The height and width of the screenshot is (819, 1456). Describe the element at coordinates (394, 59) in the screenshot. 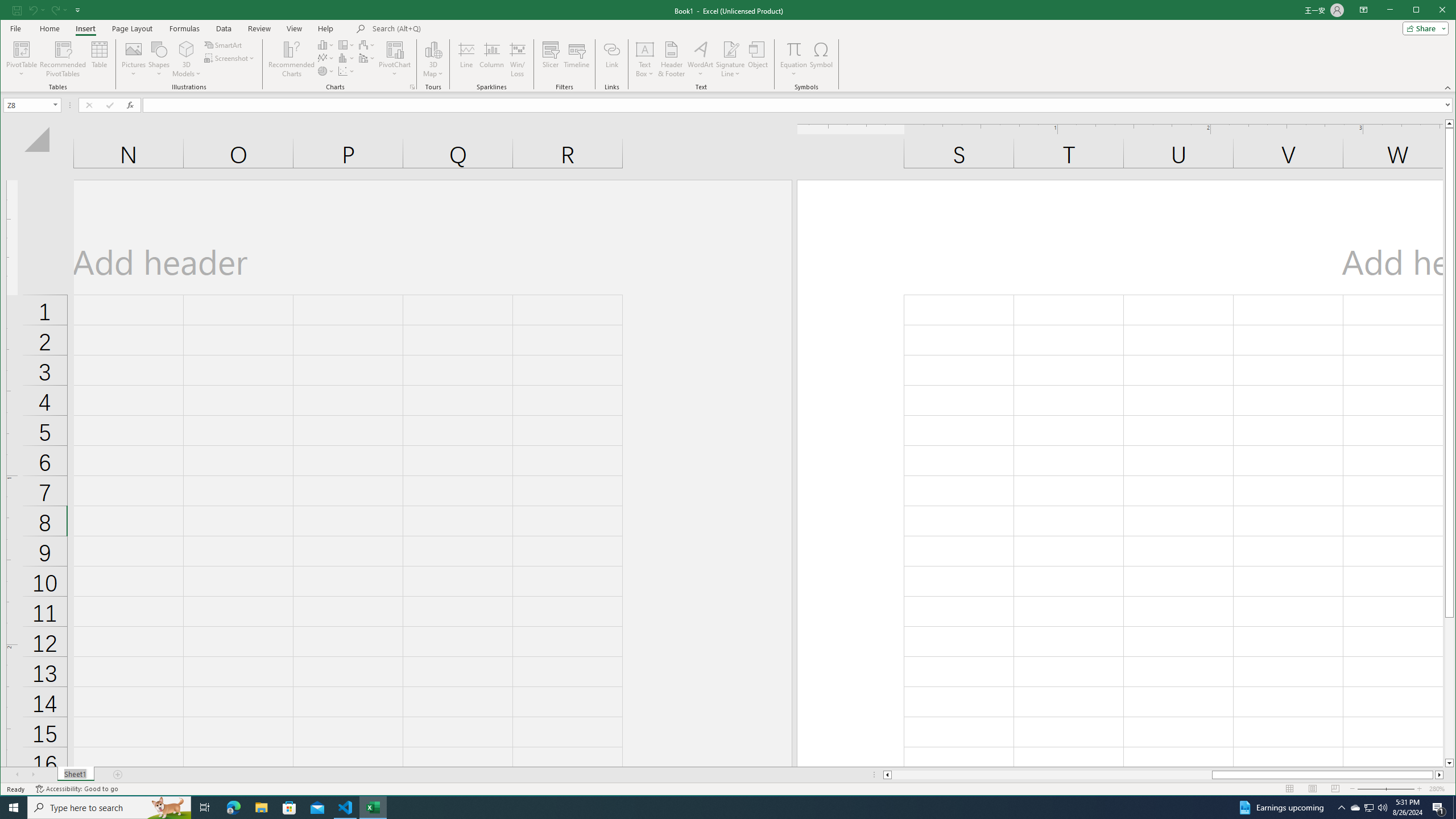

I see `'PivotChart'` at that location.